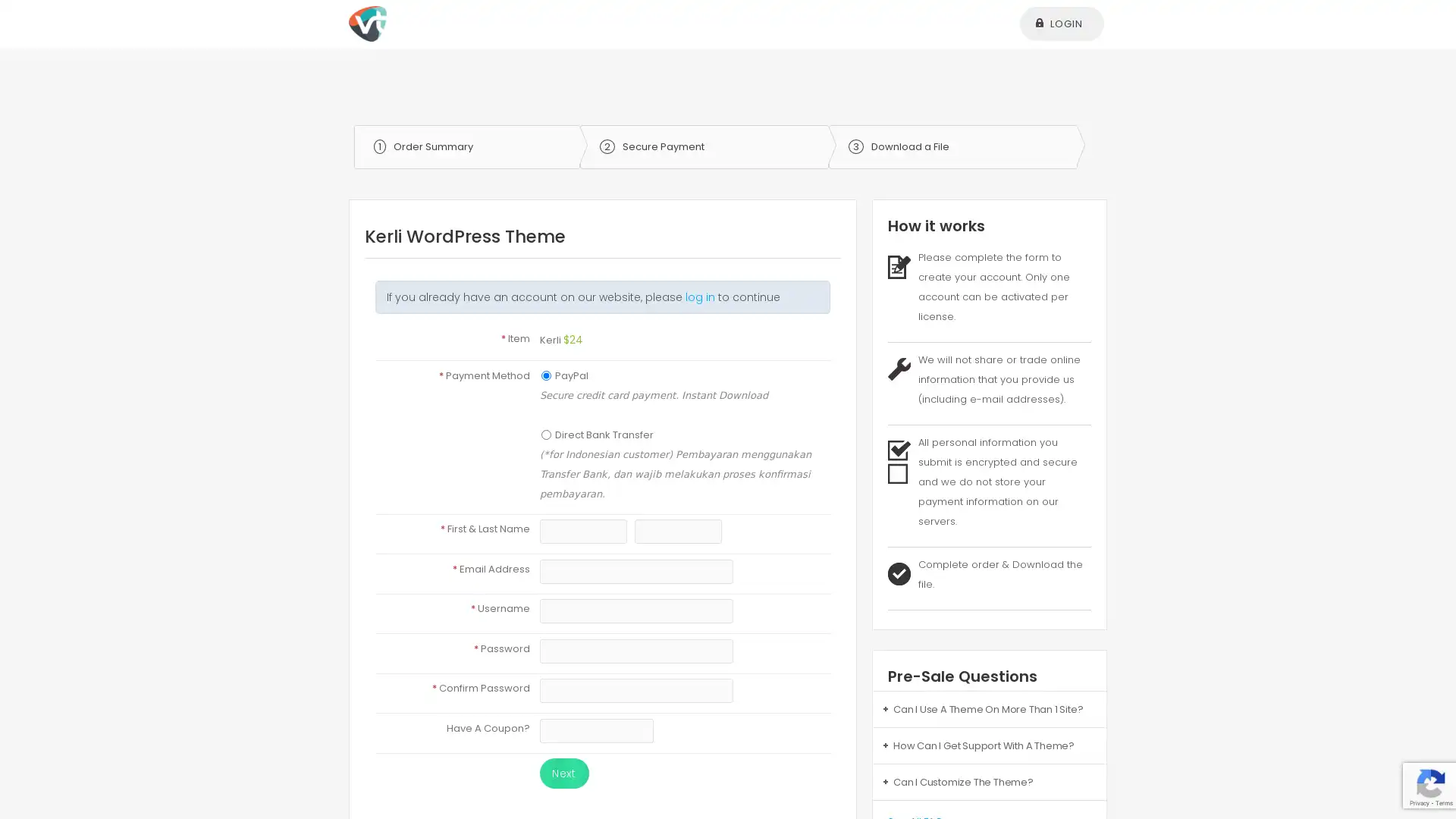  Describe the element at coordinates (563, 773) in the screenshot. I see `Next` at that location.